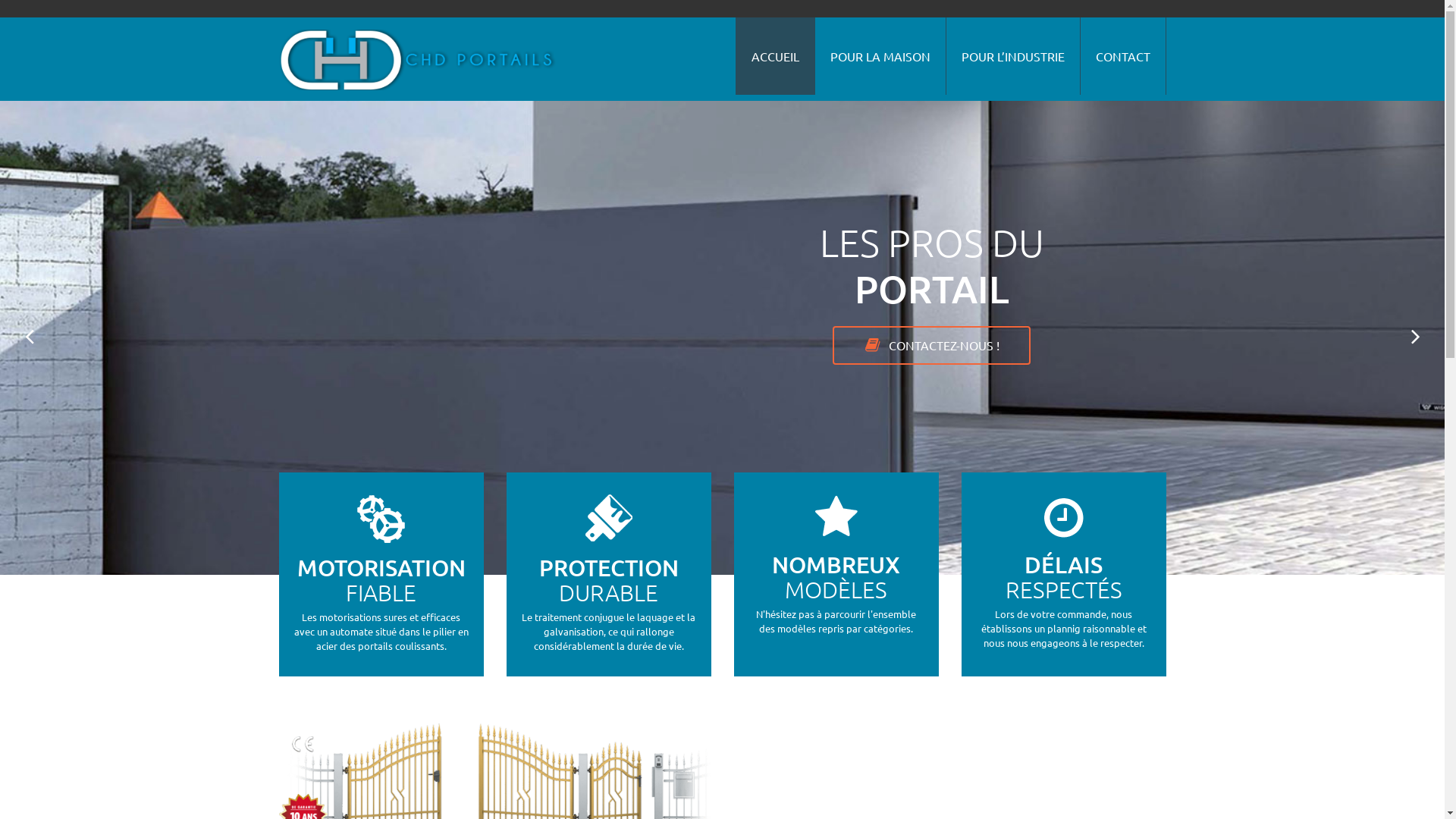 The width and height of the screenshot is (1456, 819). What do you see at coordinates (930, 345) in the screenshot?
I see `'CONTACTEZ-NOUS !'` at bounding box center [930, 345].